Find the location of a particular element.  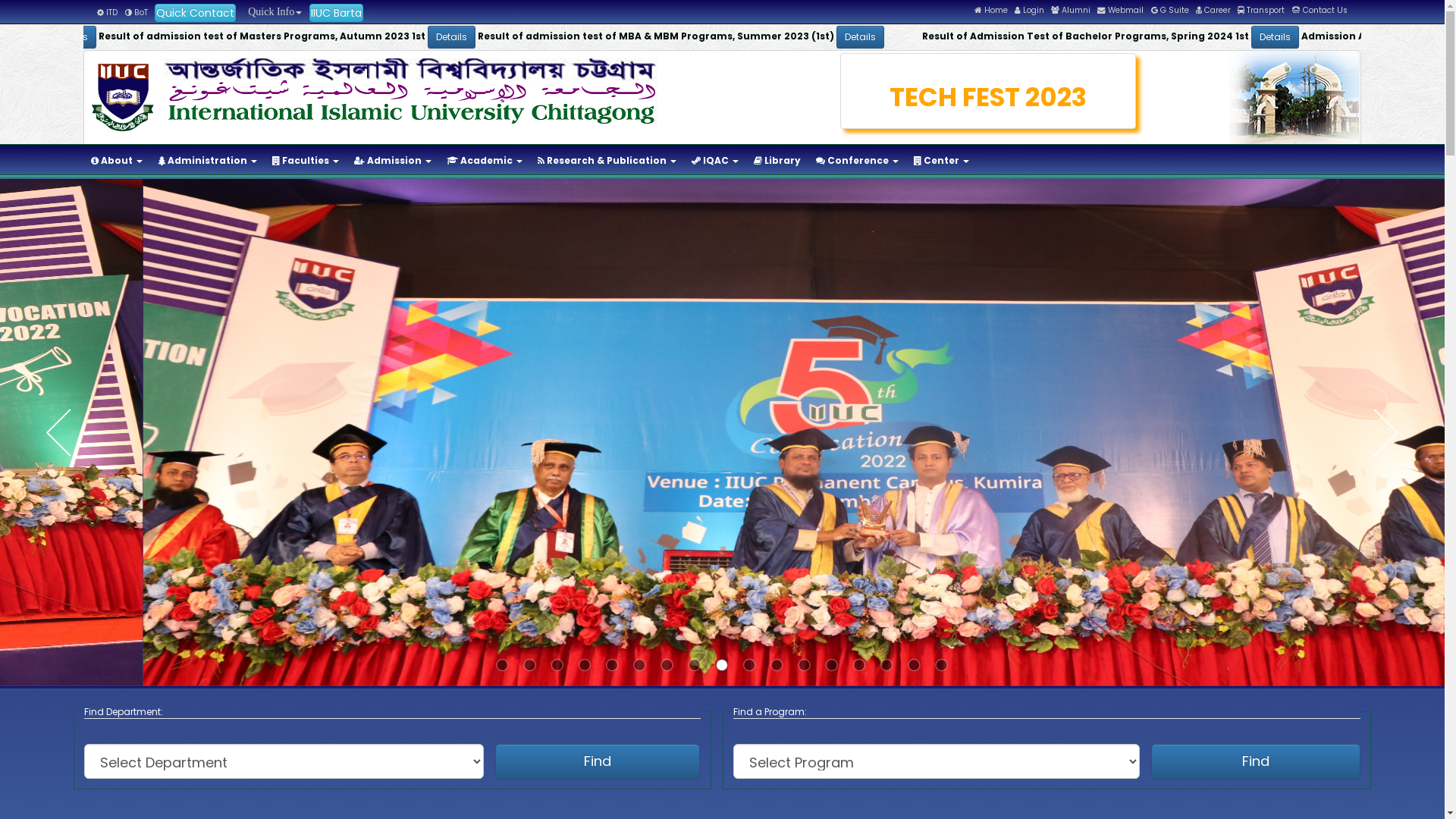

'G Suite' is located at coordinates (1169, 10).